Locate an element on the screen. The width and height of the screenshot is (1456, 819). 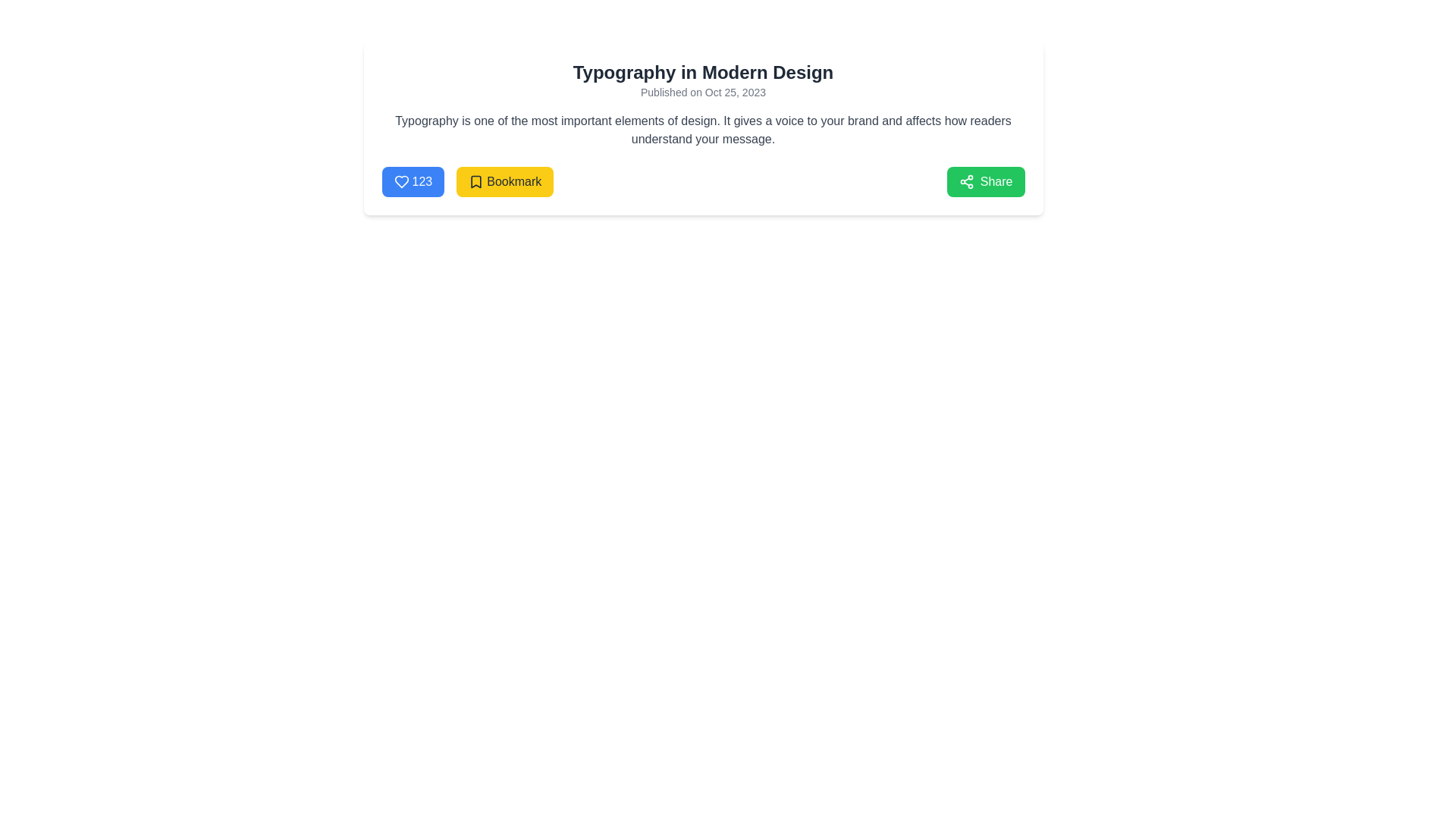
the yellow 'Bookmark' button with a bookmark icon to its left, located to the right of the blue '123' button, to bookmark the item is located at coordinates (466, 180).